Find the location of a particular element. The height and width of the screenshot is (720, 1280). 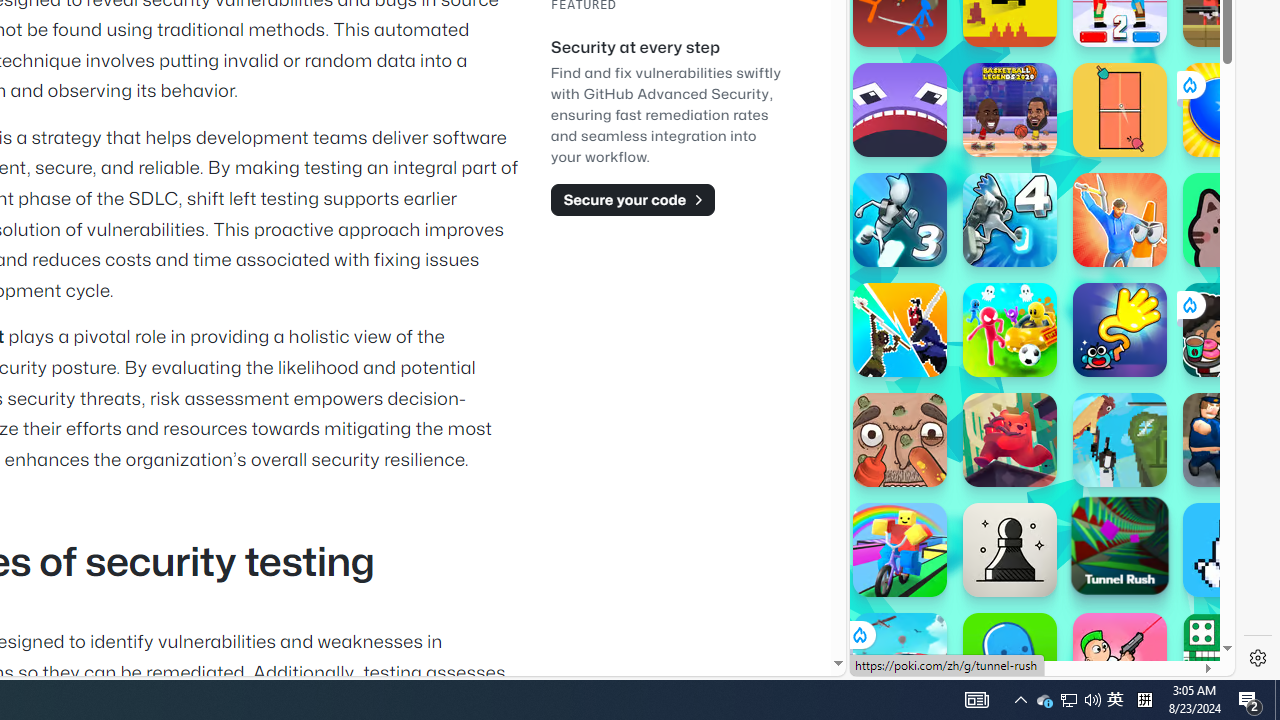

'G-Switch 3 G-Switch 3' is located at coordinates (898, 219).